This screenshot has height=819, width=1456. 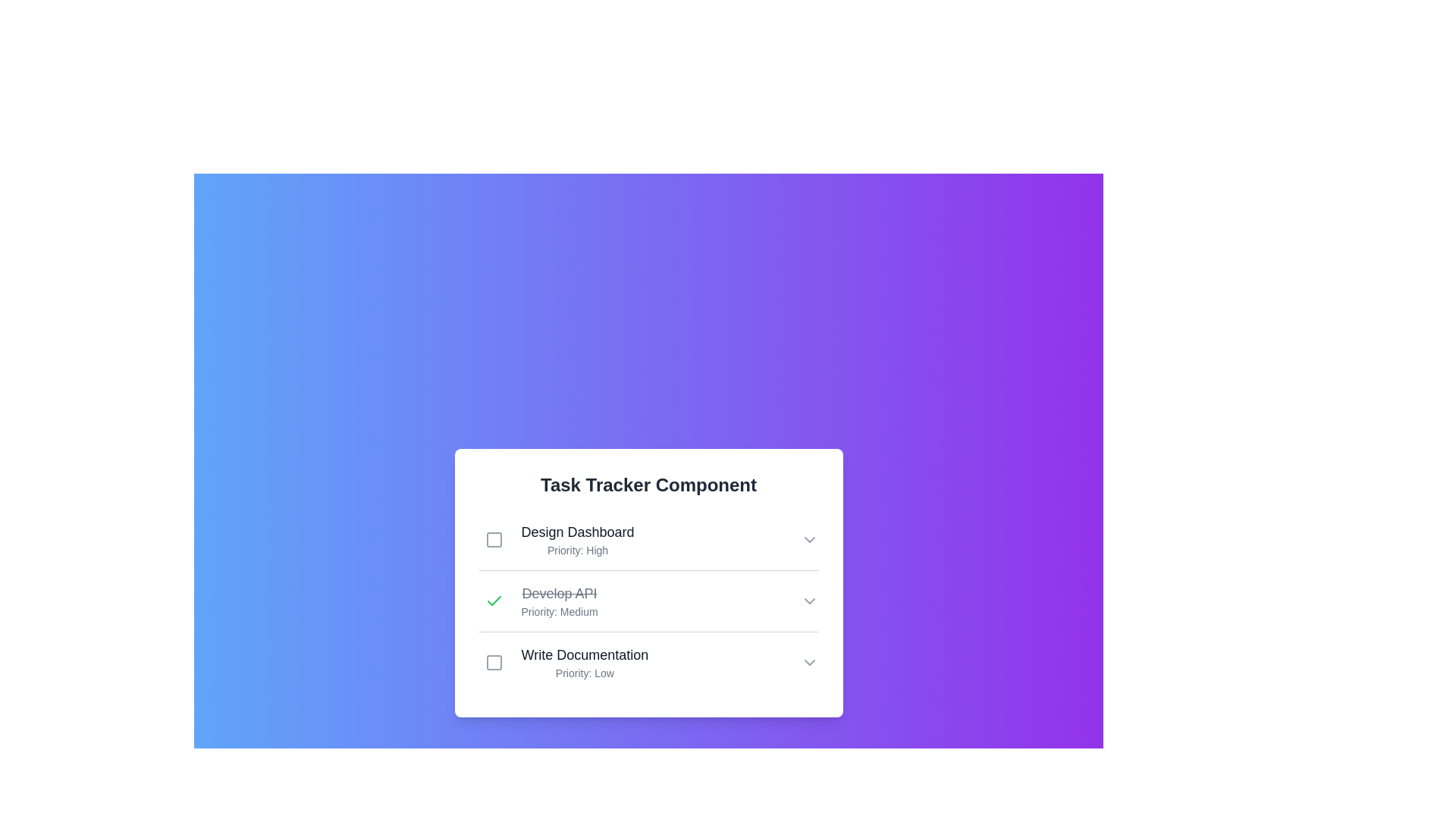 What do you see at coordinates (808, 662) in the screenshot?
I see `the chevron-down icon of the task Write Documentation to observe its hover effect` at bounding box center [808, 662].